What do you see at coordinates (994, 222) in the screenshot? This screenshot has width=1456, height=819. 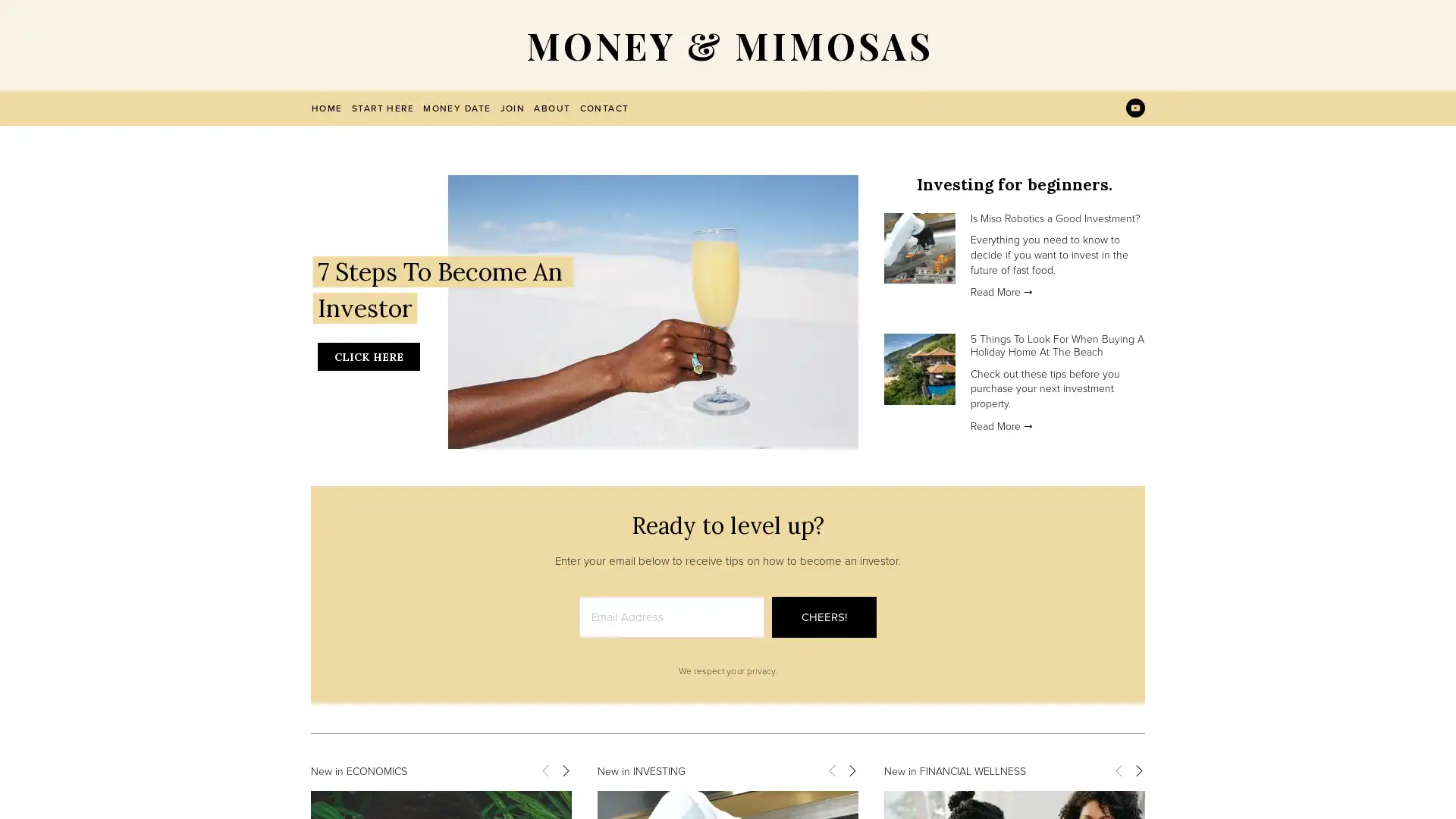 I see `Close` at bounding box center [994, 222].